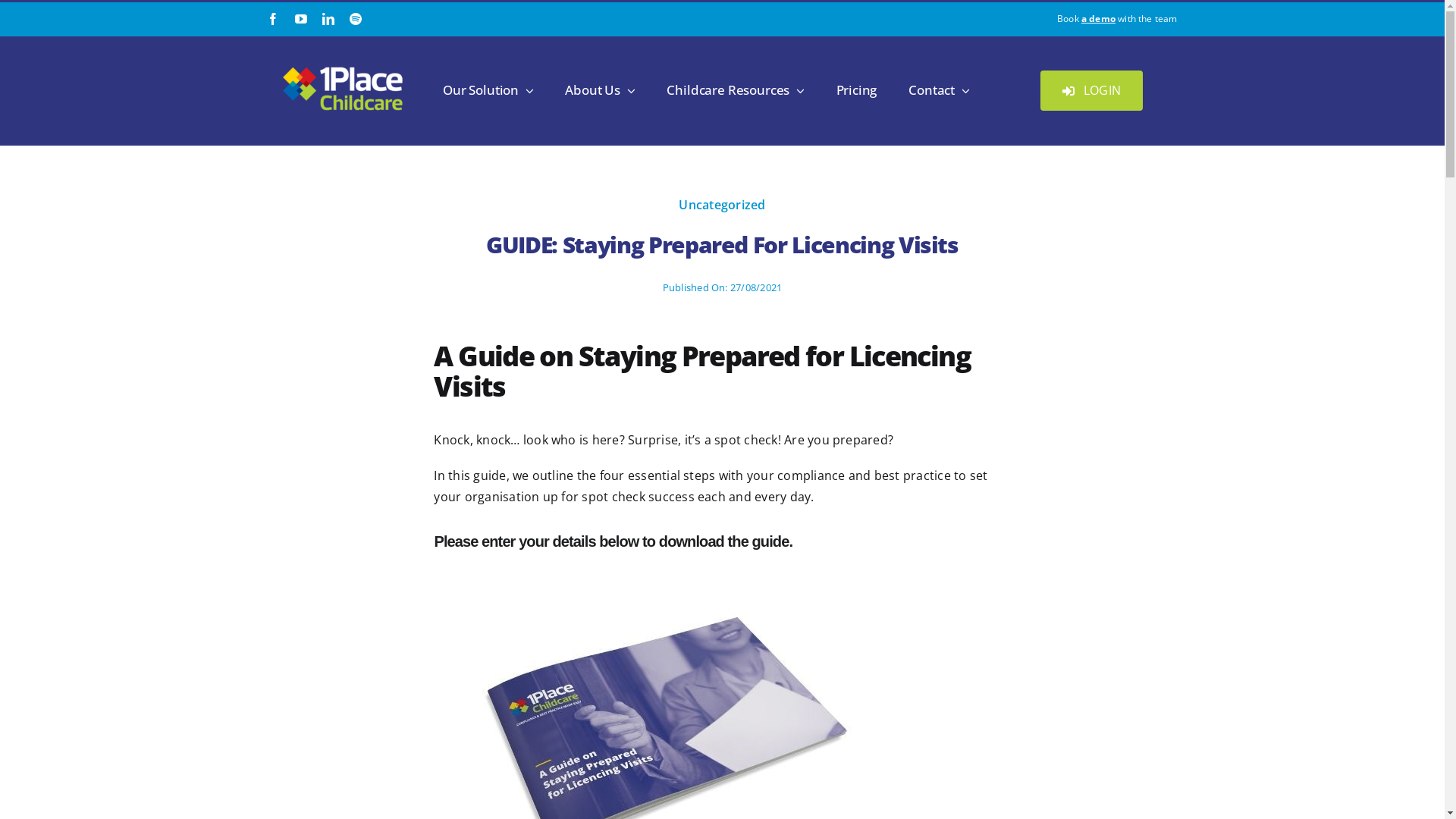 Image resolution: width=1456 pixels, height=819 pixels. What do you see at coordinates (720, 205) in the screenshot?
I see `'Uncategorized'` at bounding box center [720, 205].